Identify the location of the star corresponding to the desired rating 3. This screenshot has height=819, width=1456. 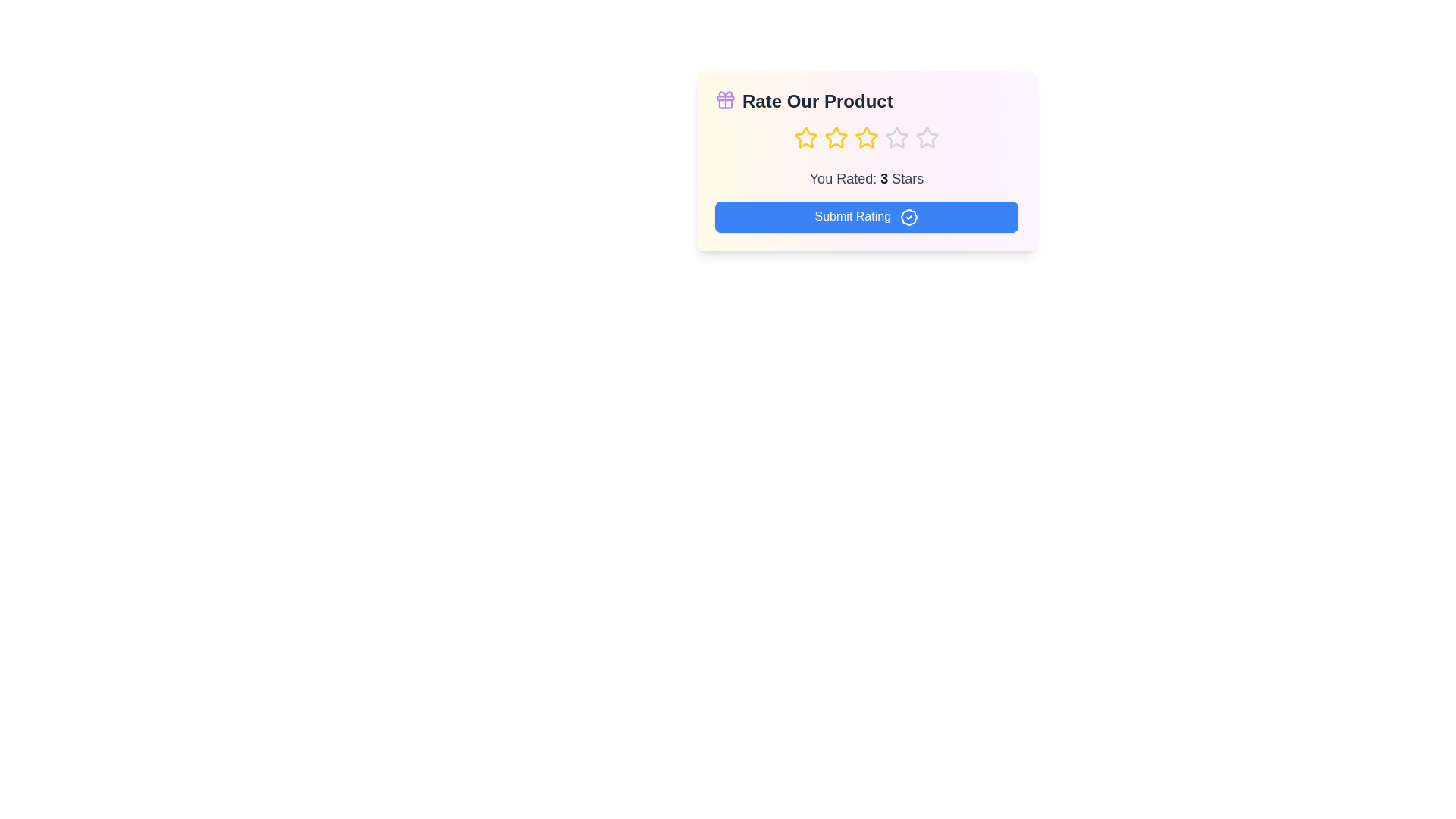
(866, 137).